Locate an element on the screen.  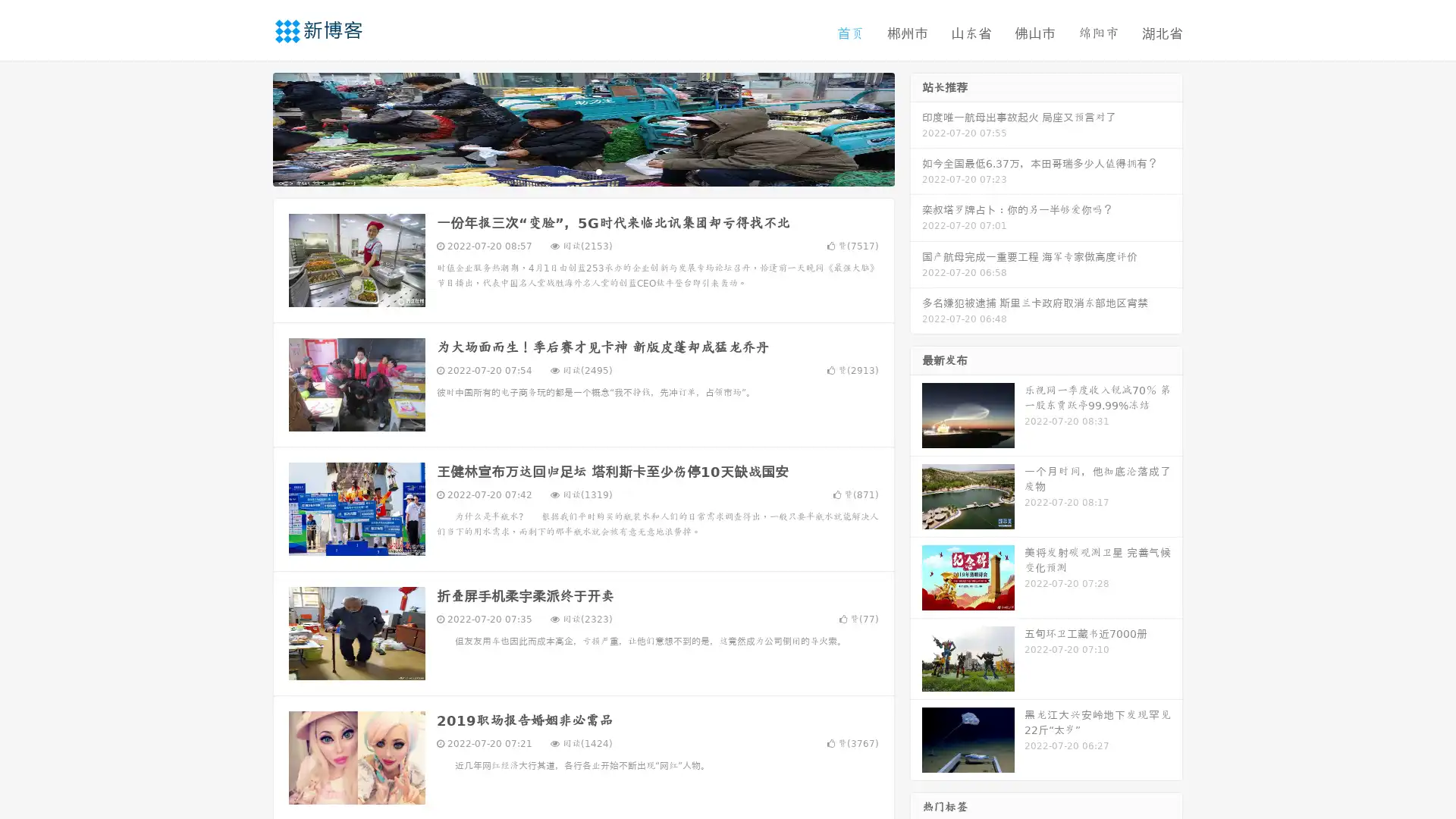
Previous slide is located at coordinates (250, 127).